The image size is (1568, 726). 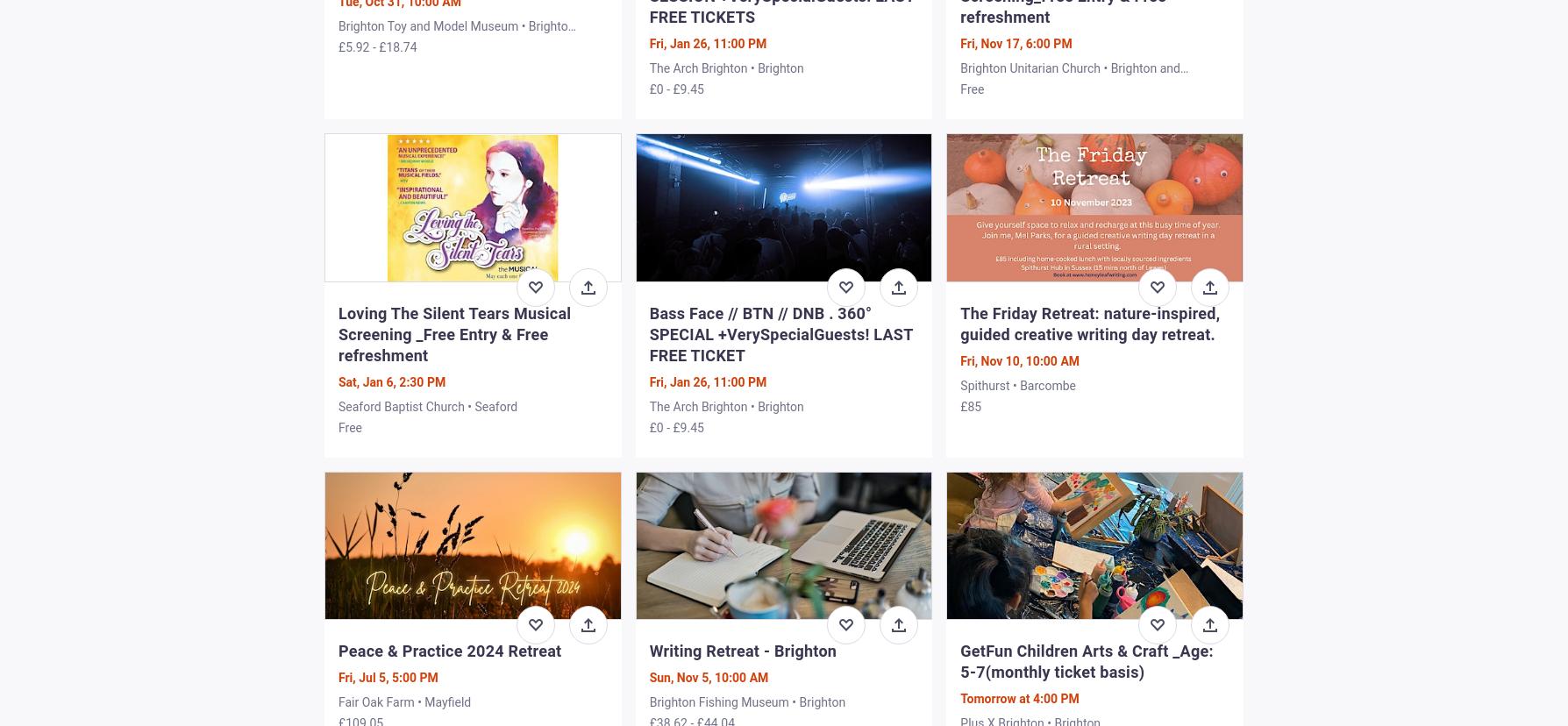 What do you see at coordinates (1089, 323) in the screenshot?
I see `'The Friday Retreat: nature-inspired, guided creative writing day retreat.'` at bounding box center [1089, 323].